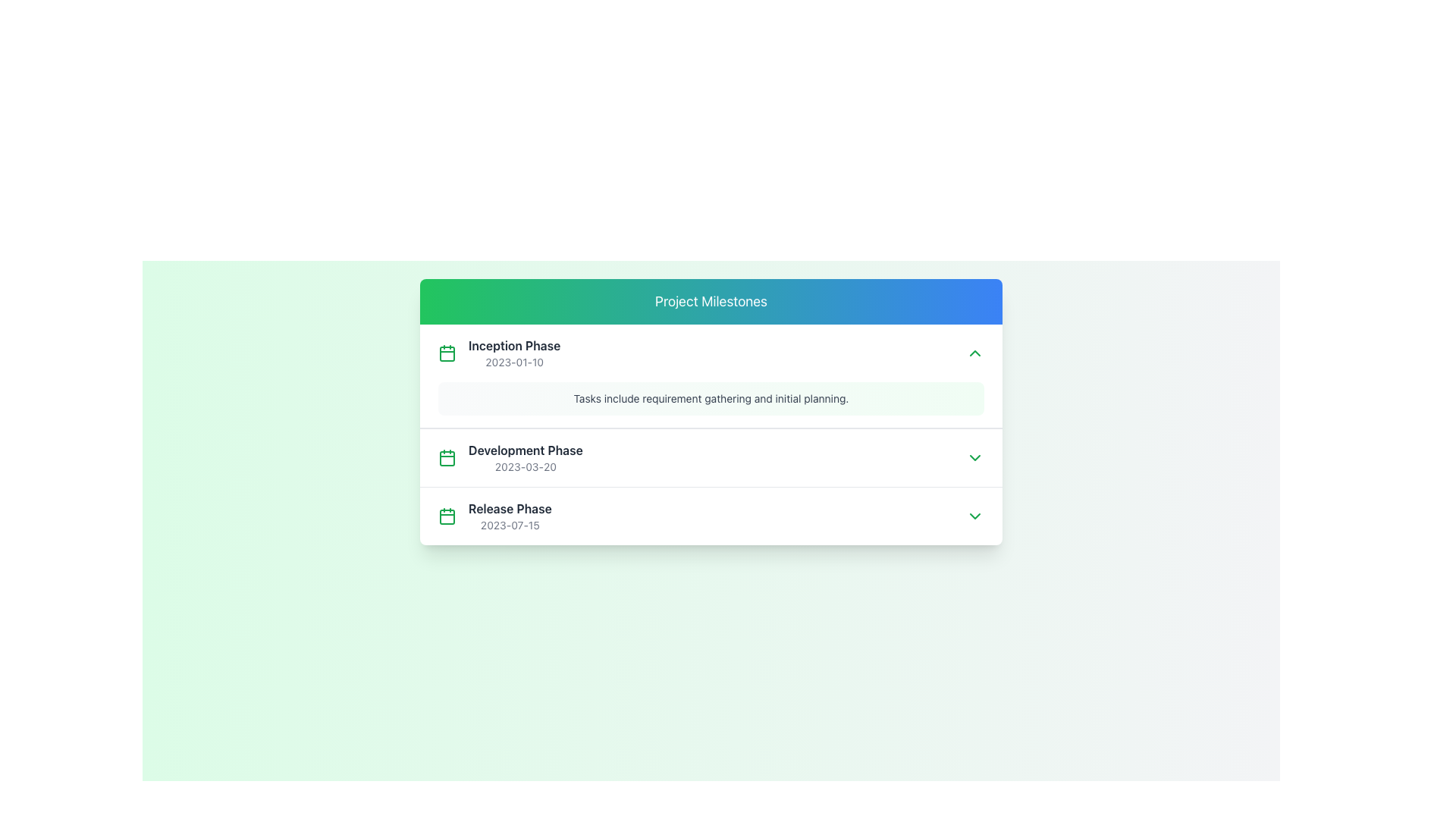 This screenshot has height=819, width=1456. What do you see at coordinates (710, 457) in the screenshot?
I see `the milestone entry titled 'Development Phase' to read the title and associated date information` at bounding box center [710, 457].